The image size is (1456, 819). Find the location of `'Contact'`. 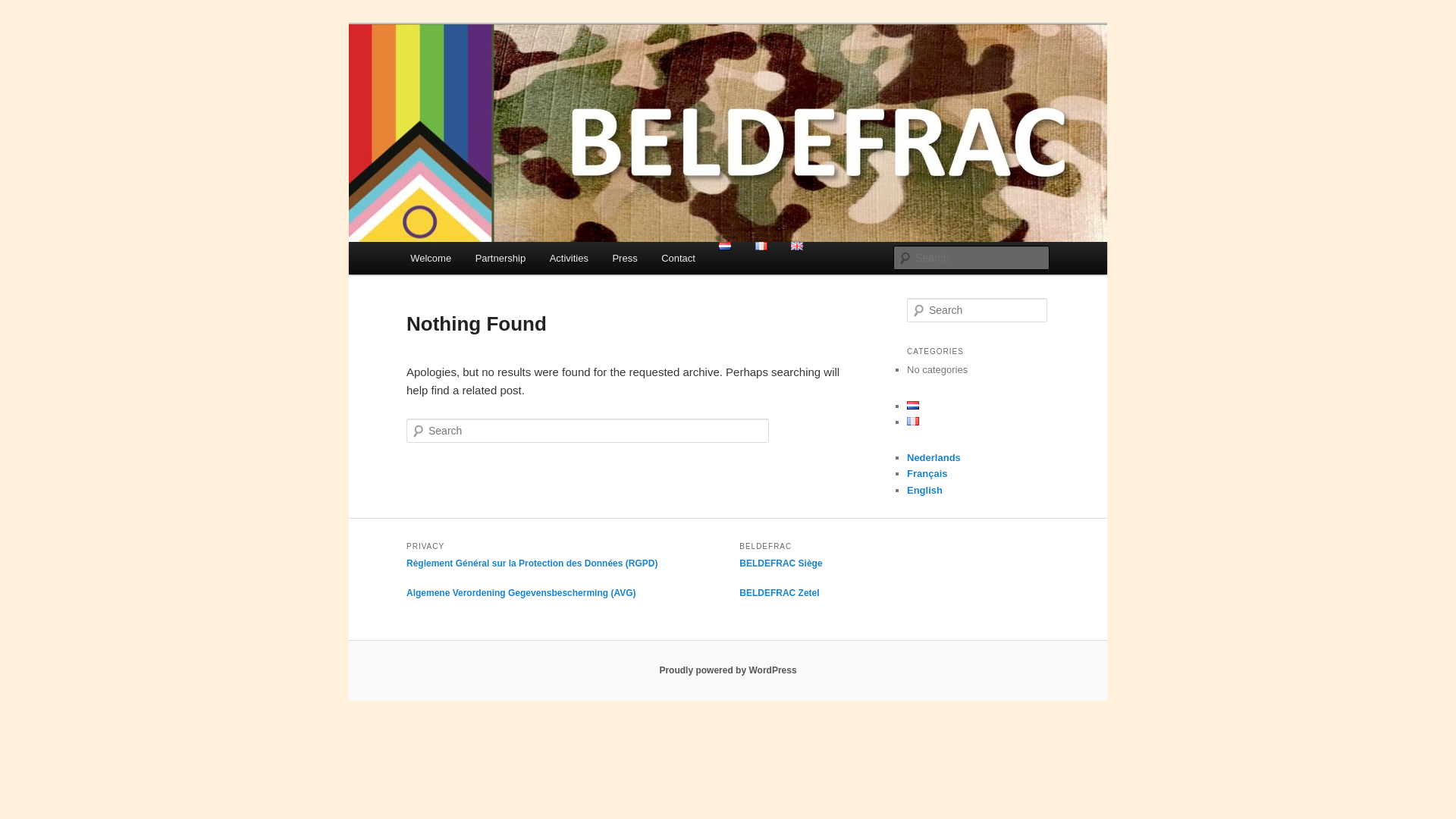

'Contact' is located at coordinates (676, 257).